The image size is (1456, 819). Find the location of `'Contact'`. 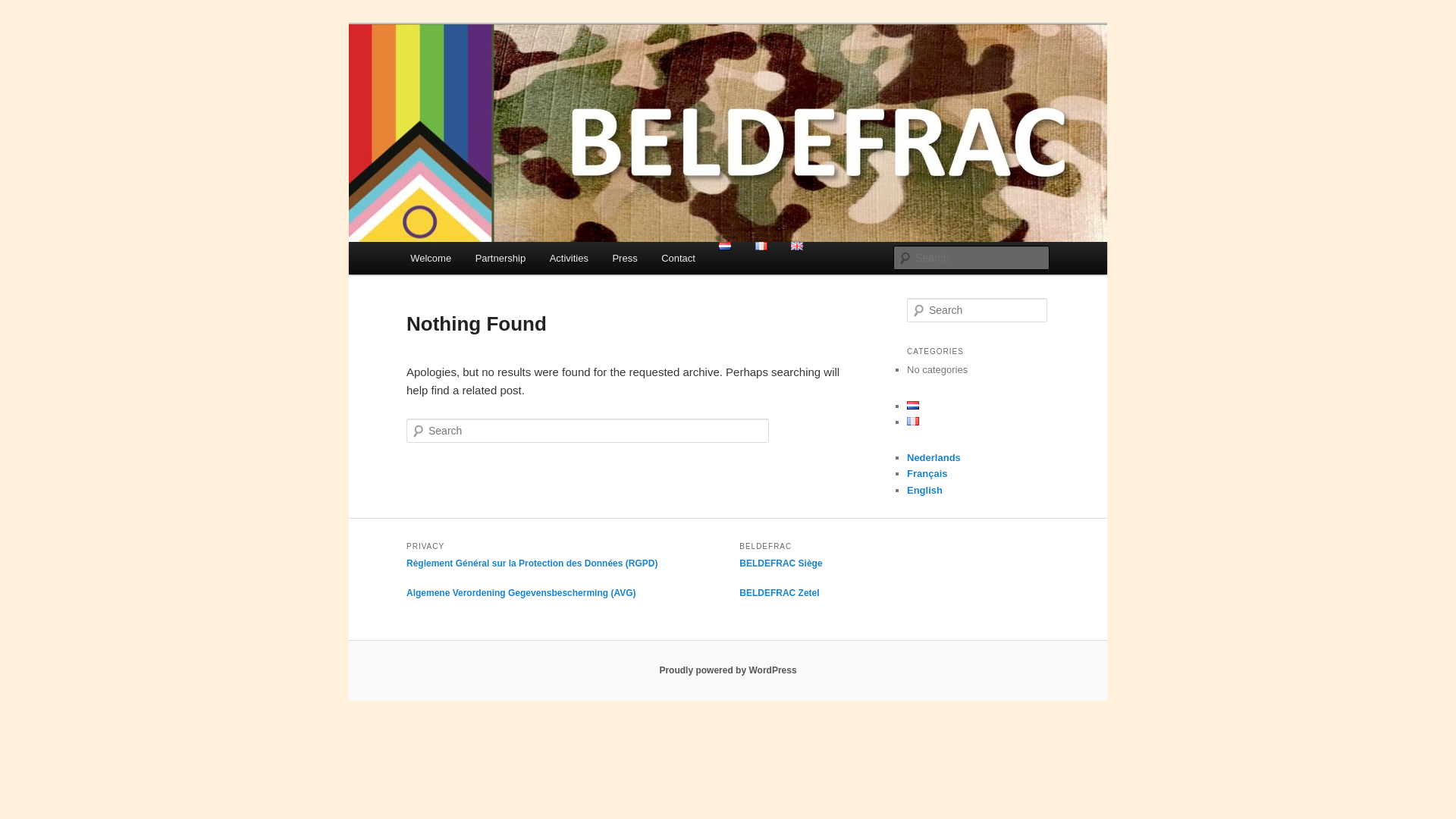

'Contact' is located at coordinates (676, 257).